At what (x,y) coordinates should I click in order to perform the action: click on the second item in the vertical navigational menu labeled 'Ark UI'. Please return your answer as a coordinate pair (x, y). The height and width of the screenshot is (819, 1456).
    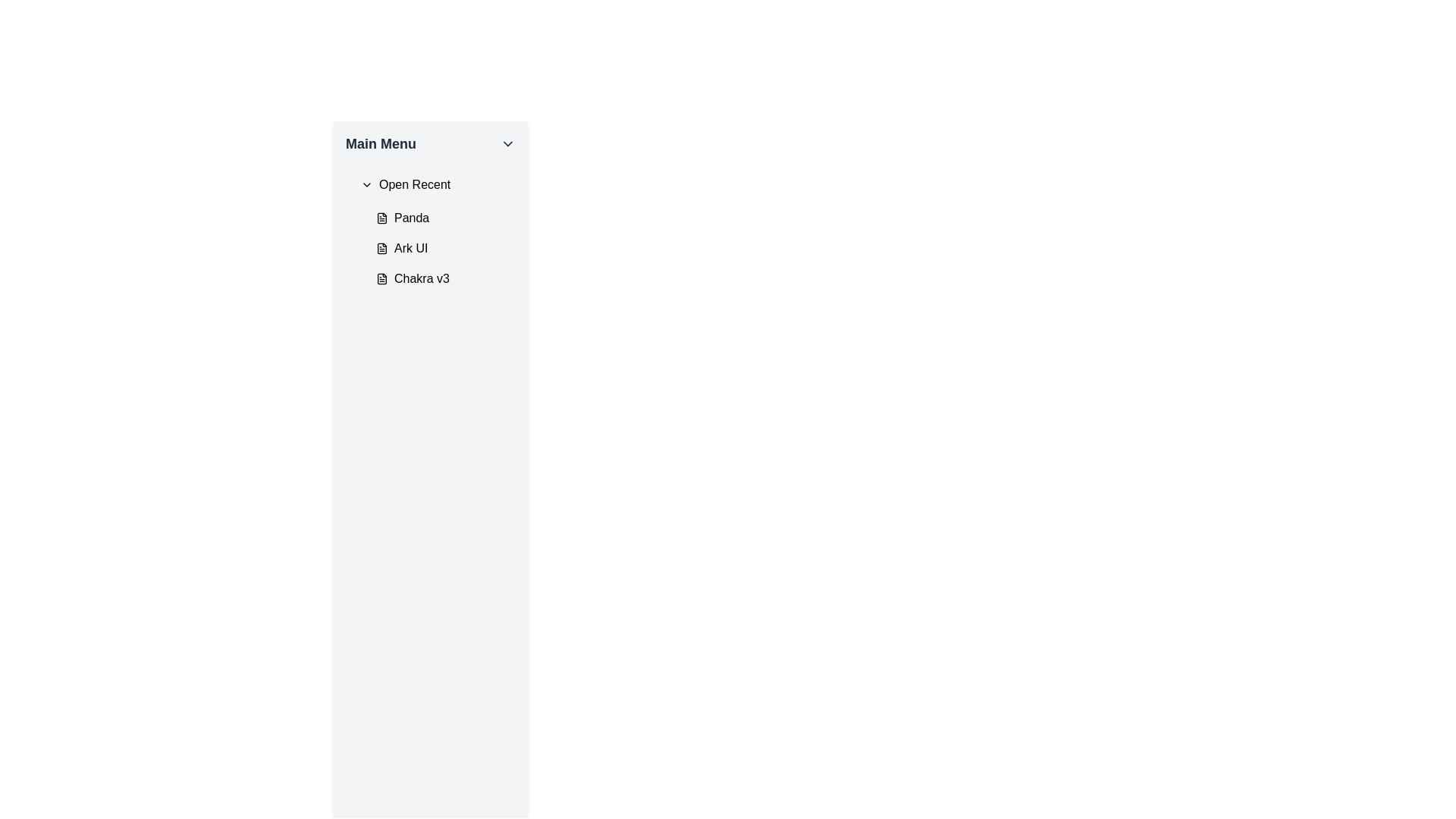
    Looking at the image, I should click on (447, 247).